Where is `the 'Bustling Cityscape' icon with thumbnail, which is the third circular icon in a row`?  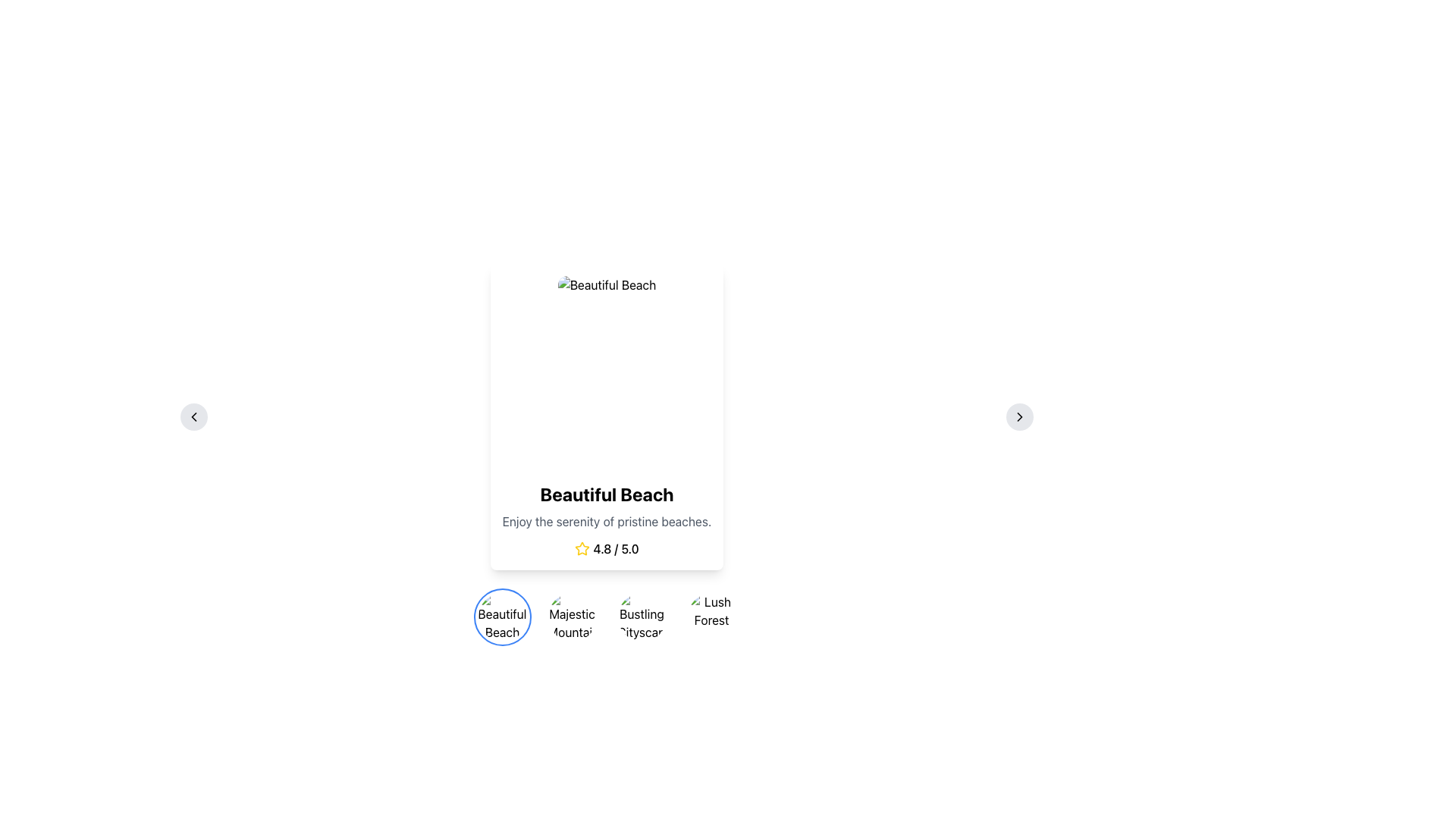 the 'Bustling Cityscape' icon with thumbnail, which is the third circular icon in a row is located at coordinates (642, 617).